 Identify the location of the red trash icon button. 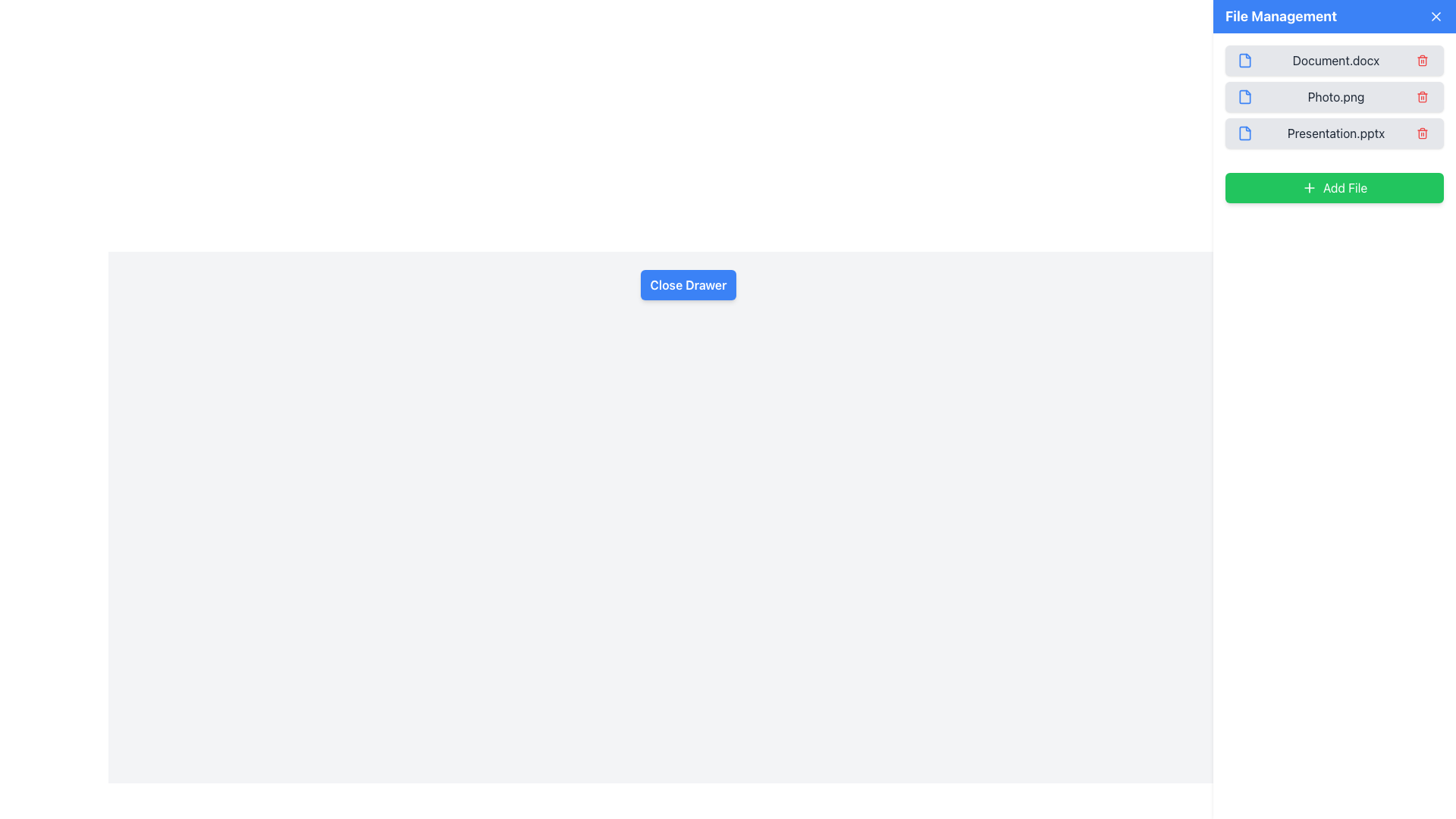
(1422, 96).